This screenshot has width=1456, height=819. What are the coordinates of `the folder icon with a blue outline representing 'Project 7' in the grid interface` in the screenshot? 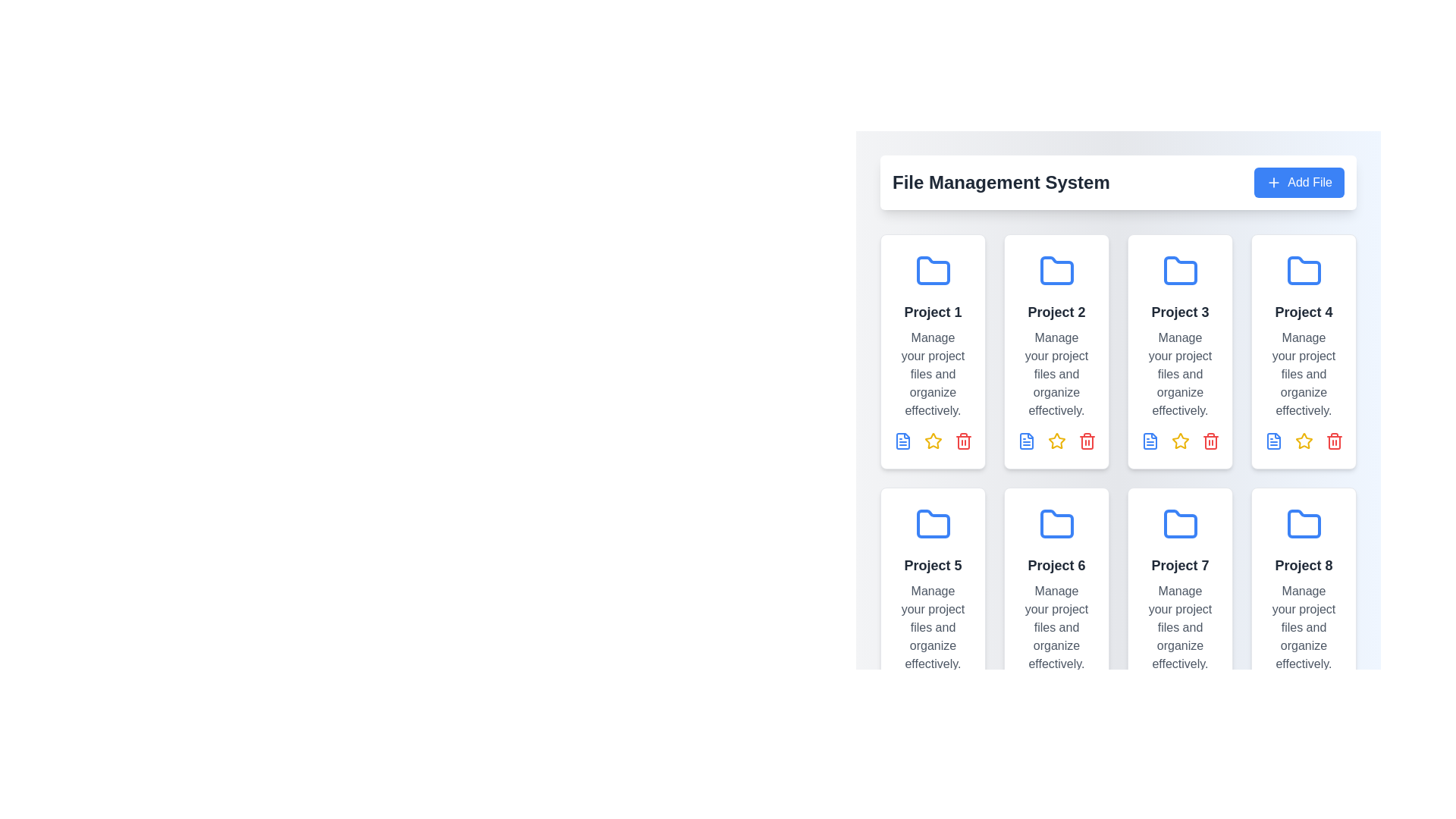 It's located at (1179, 522).